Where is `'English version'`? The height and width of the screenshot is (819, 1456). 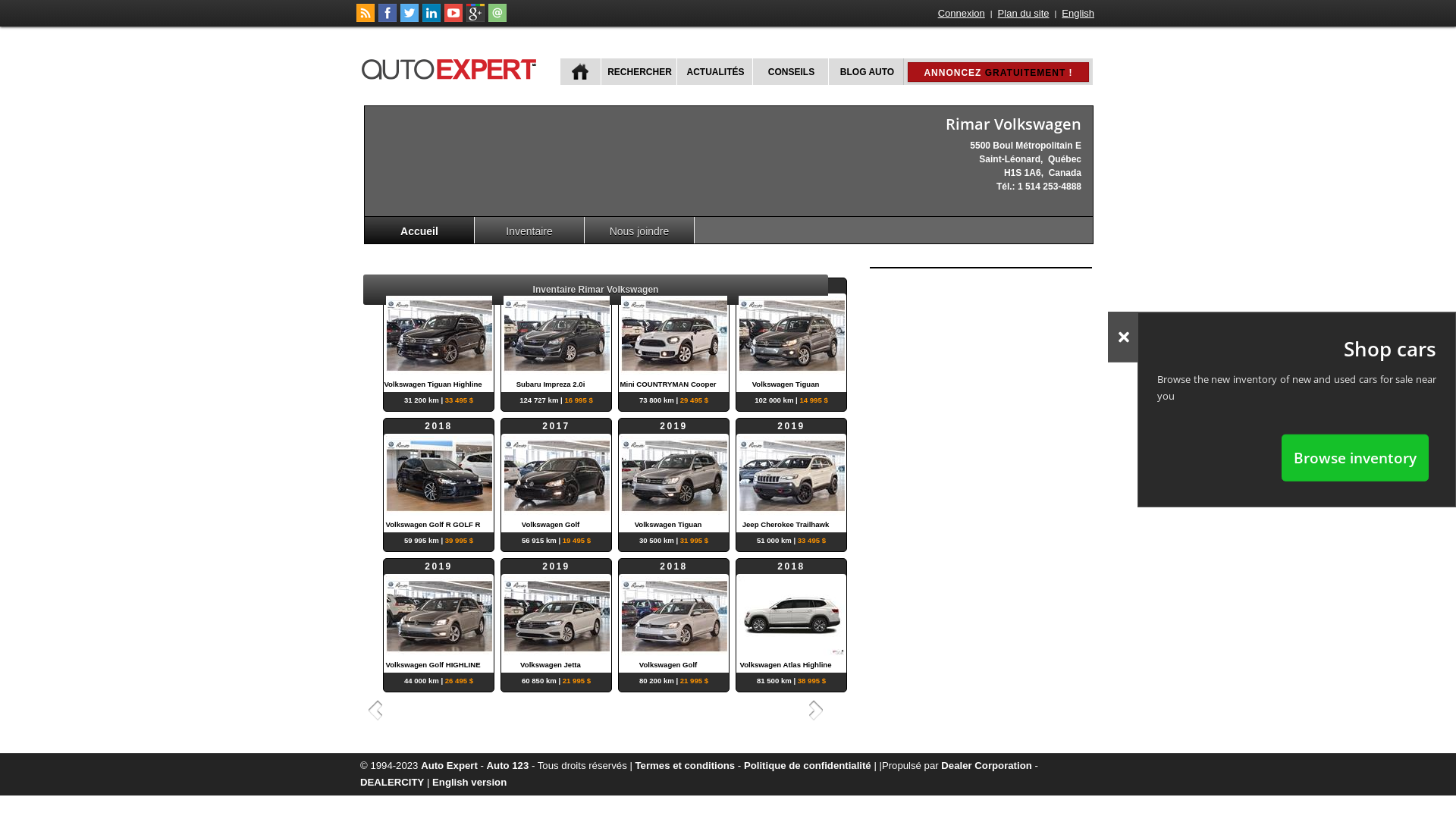 'English version' is located at coordinates (469, 782).